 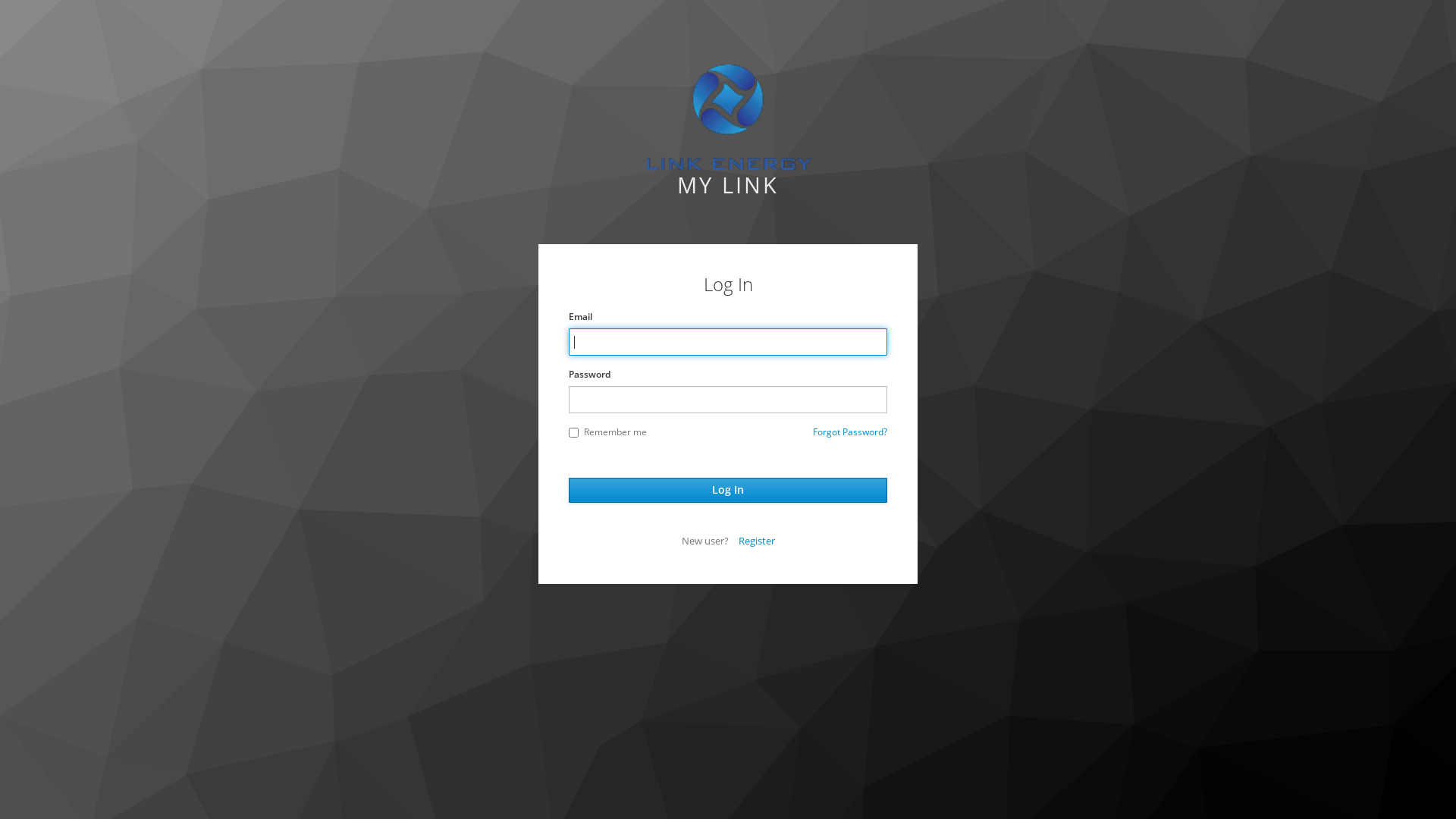 I want to click on 'Register', so click(x=757, y=540).